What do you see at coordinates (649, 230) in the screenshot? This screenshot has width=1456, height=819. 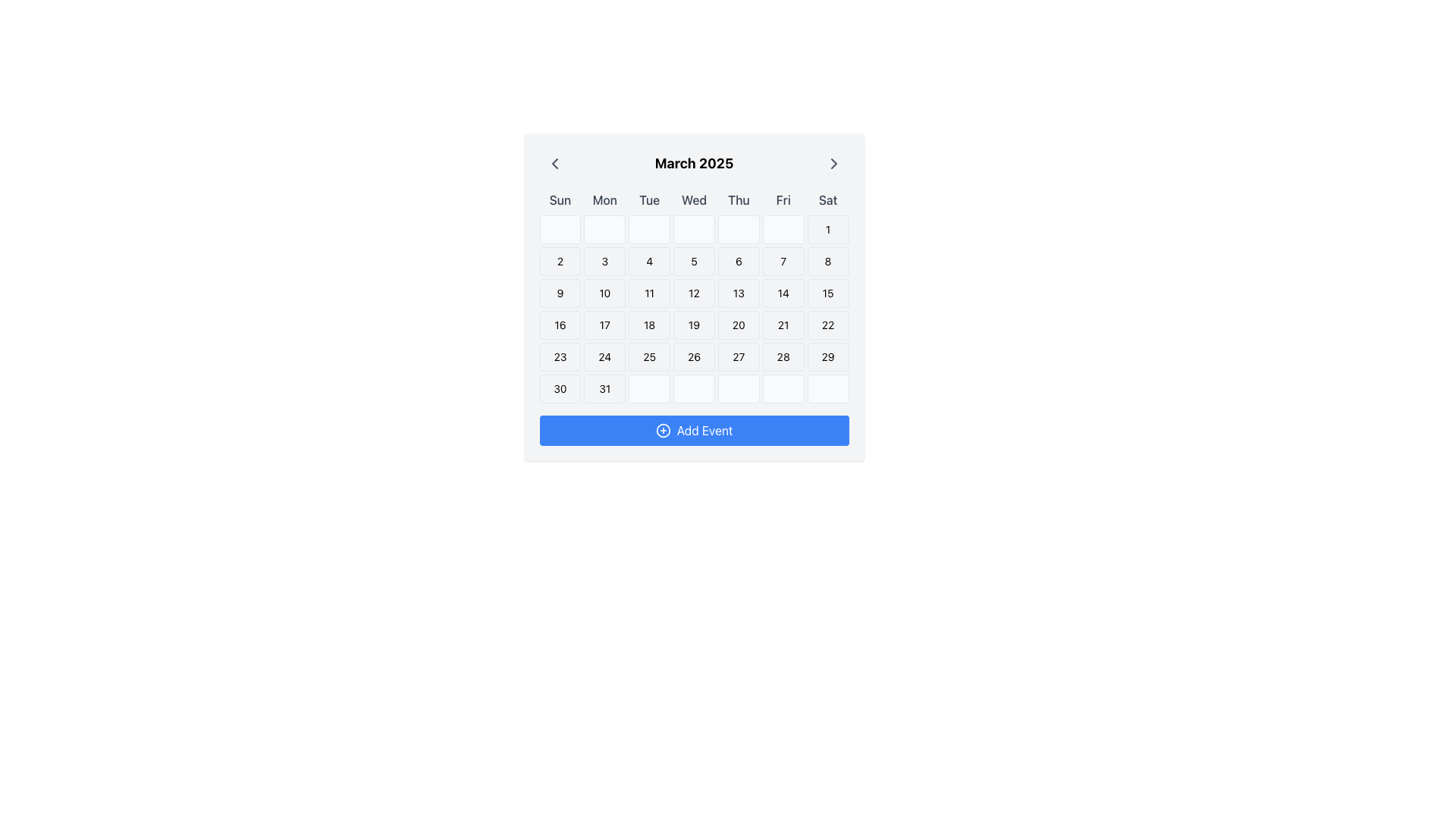 I see `the Placeholder Element located in the topmost row of the third cell under the 'Tue' column in the calendar interface` at bounding box center [649, 230].